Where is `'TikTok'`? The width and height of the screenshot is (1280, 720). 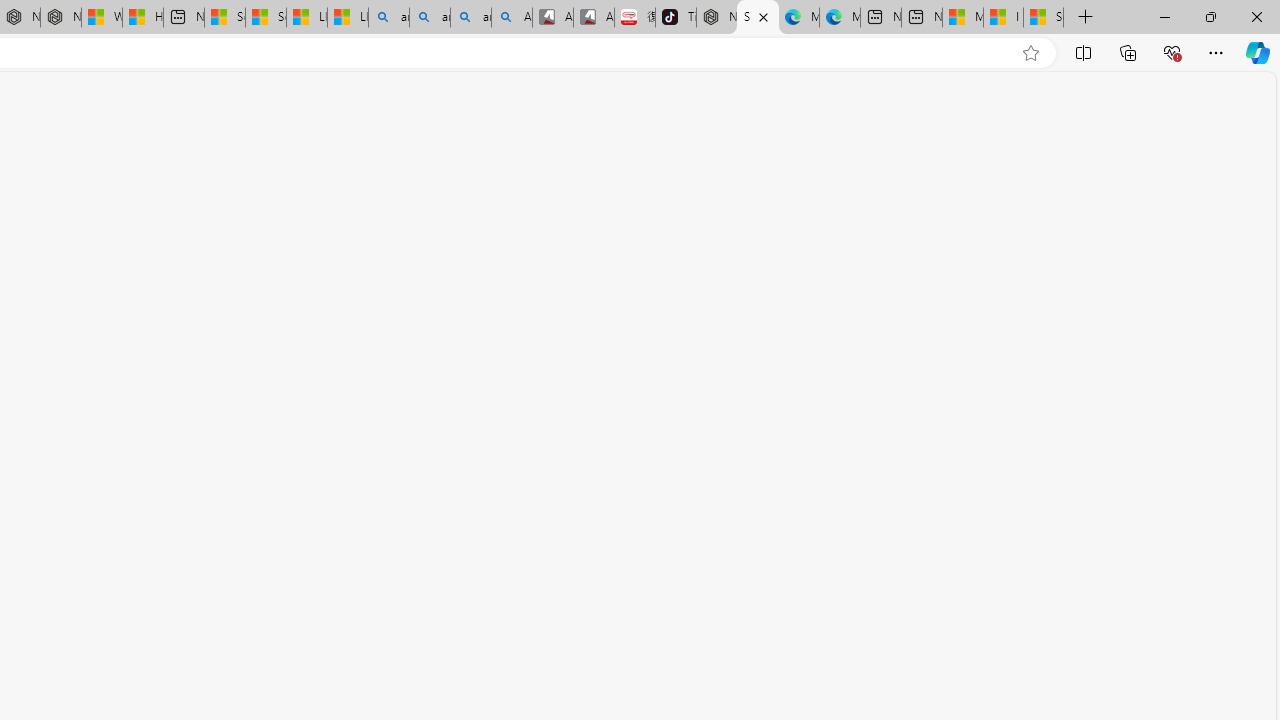
'TikTok' is located at coordinates (675, 17).